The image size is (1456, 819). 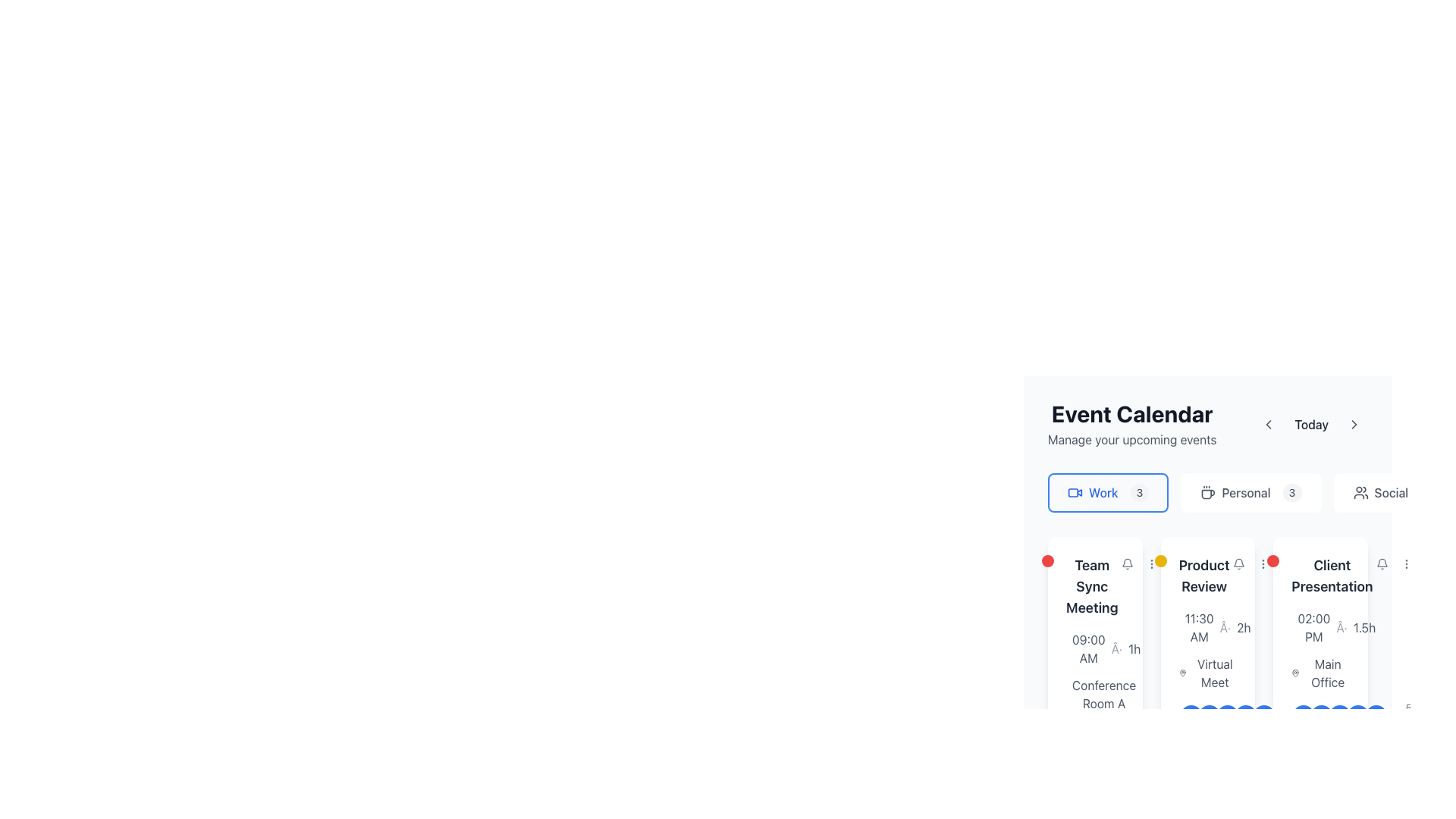 I want to click on the grouped visual indicator with circular shapes representing a group of items or individuals, so click(x=1207, y=716).